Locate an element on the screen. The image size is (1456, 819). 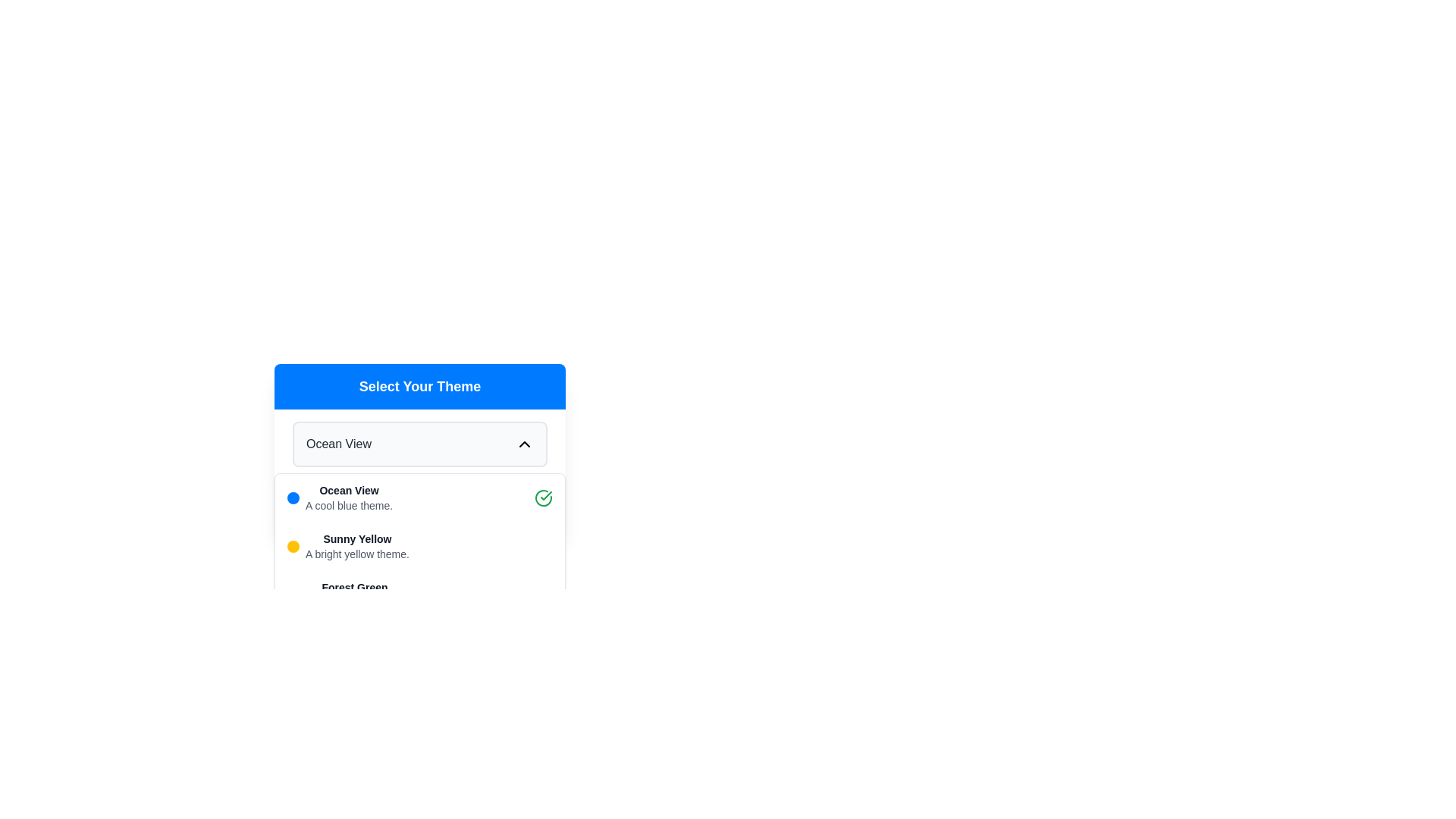
the text label that identifies the theme option located below 'Ocean View' and above 'Forest Green' in the vertical list under 'Select Your Theme' is located at coordinates (356, 538).